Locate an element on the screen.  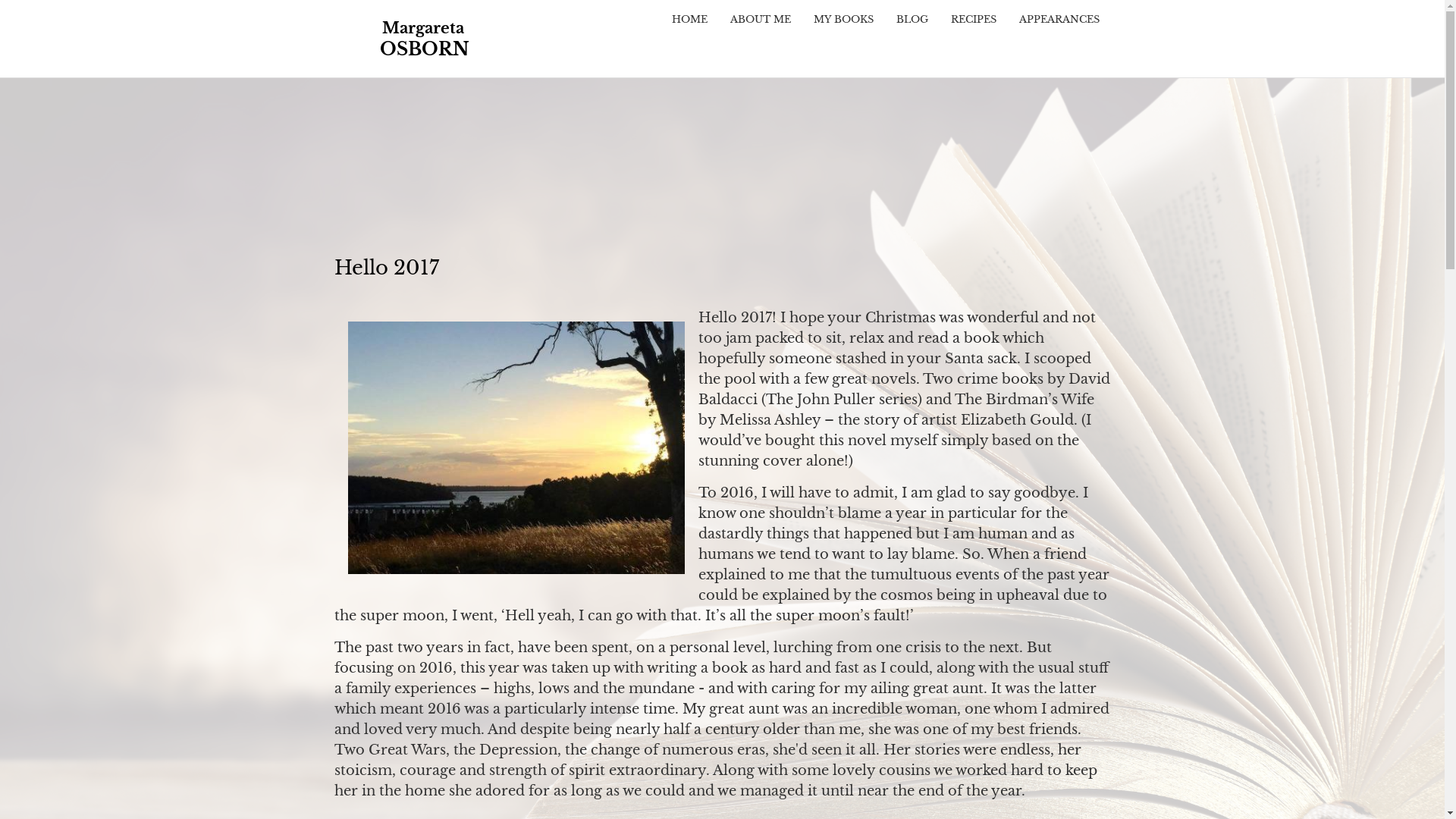
'APPEARANCES' is located at coordinates (1058, 19).